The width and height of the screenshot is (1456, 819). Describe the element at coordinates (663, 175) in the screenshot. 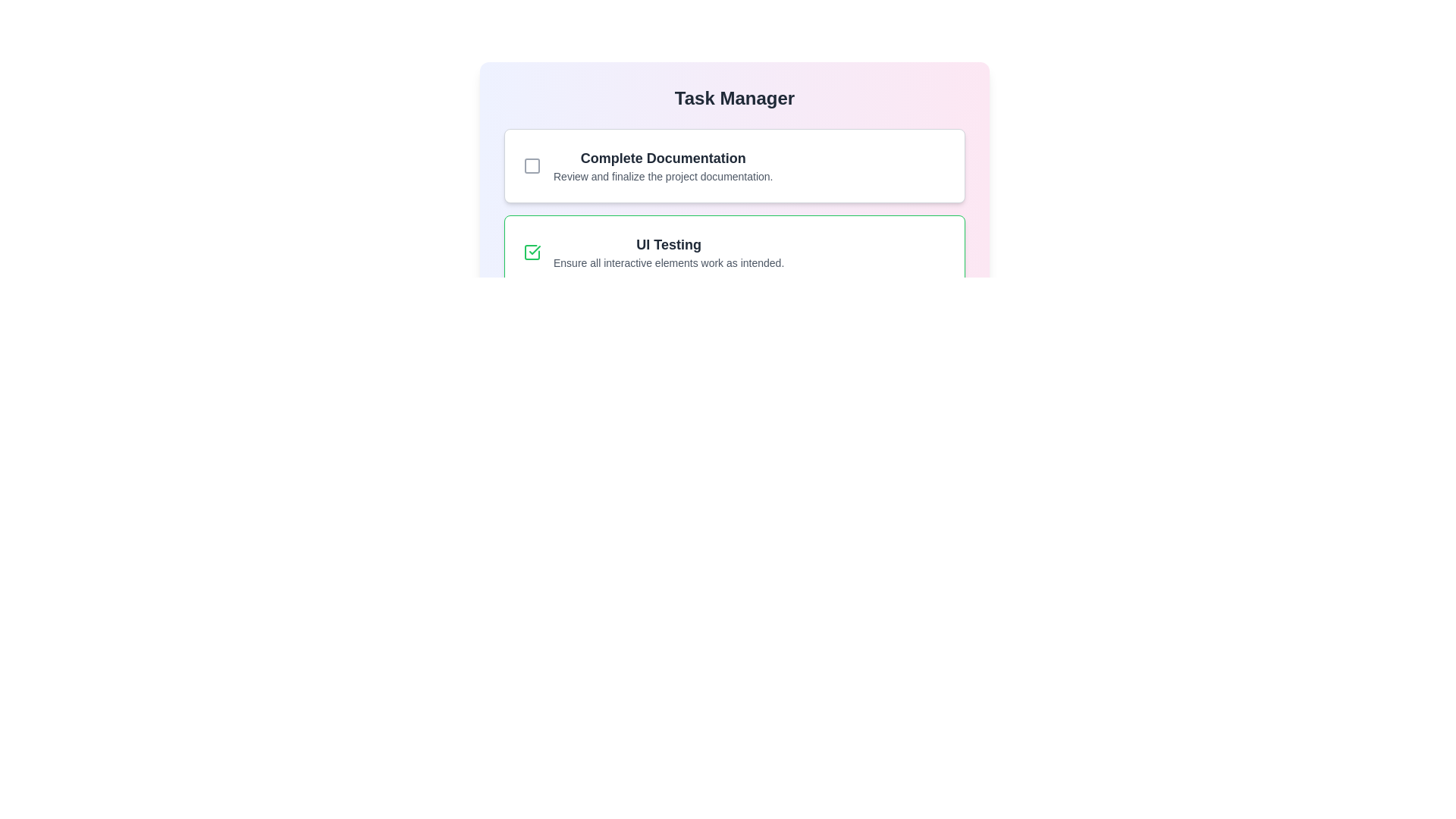

I see `text label that displays 'Review and finalize the project documentation.' which is styled in a smaller, gray font and is located beneath the bolded title 'Complete Documentation'` at that location.